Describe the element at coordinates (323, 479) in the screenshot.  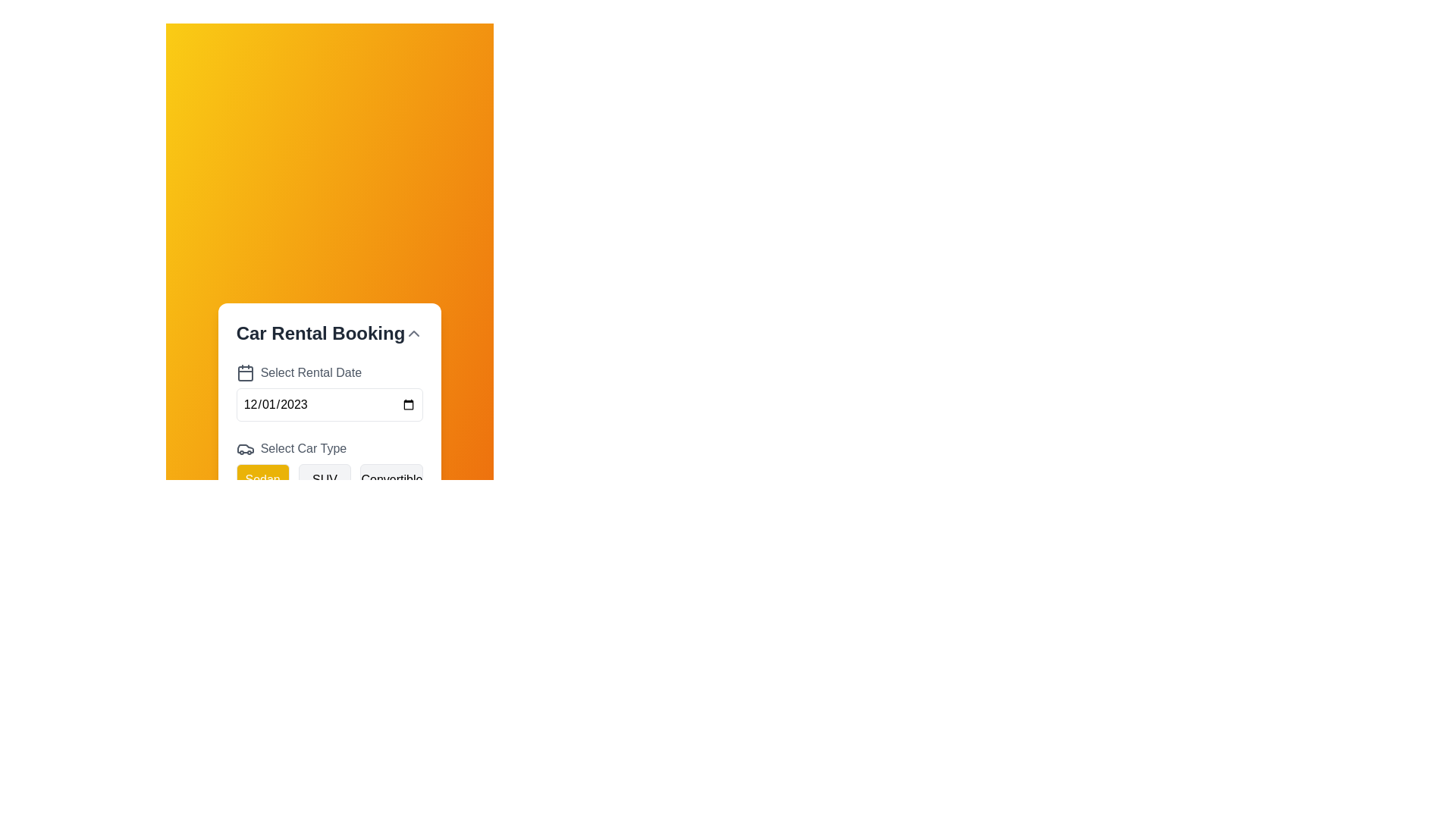
I see `the 'SUV' car type button, which is the second button in a row of three under the 'Select Car Type' label` at that location.